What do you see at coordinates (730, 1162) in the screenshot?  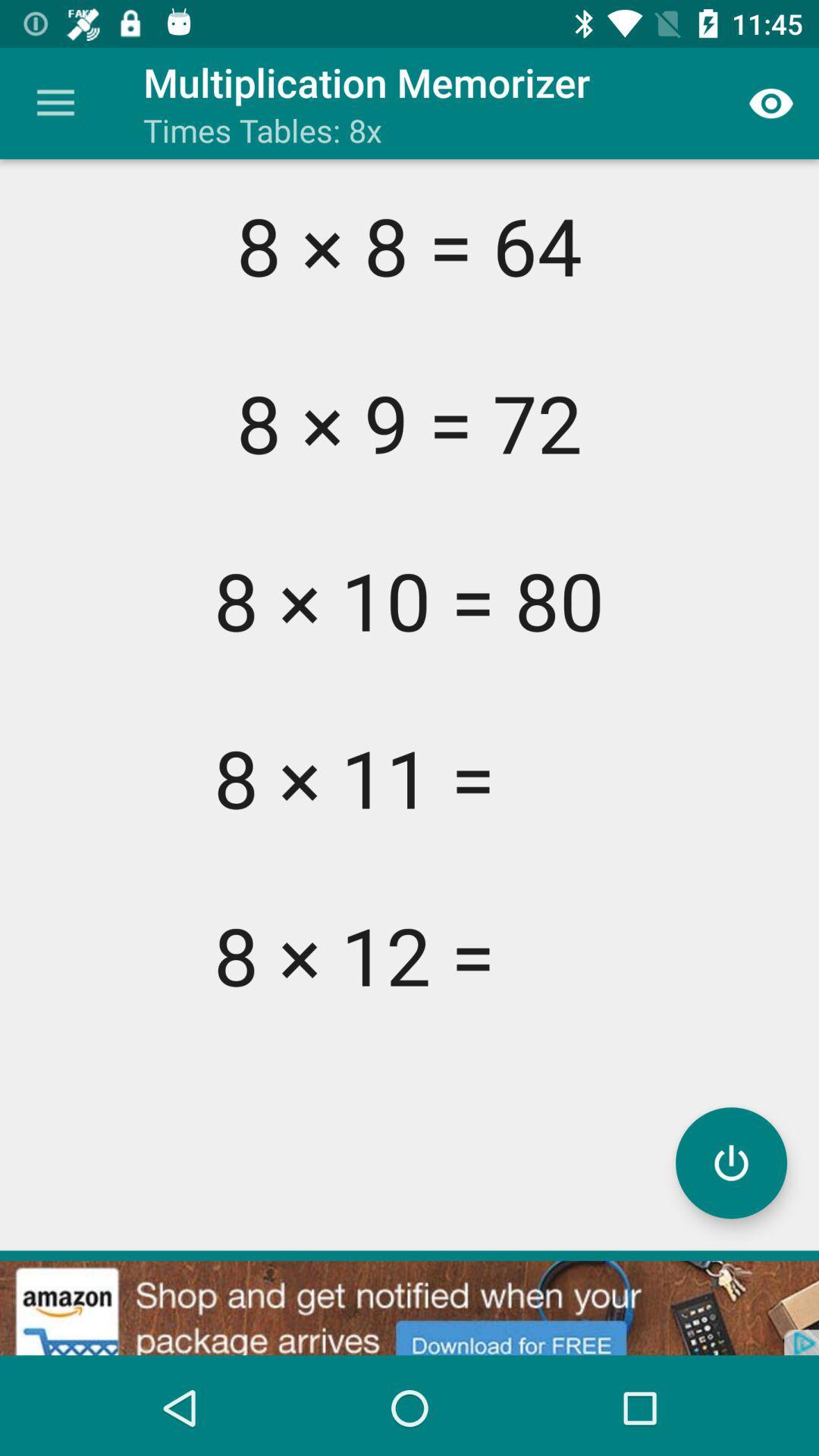 I see `start` at bounding box center [730, 1162].